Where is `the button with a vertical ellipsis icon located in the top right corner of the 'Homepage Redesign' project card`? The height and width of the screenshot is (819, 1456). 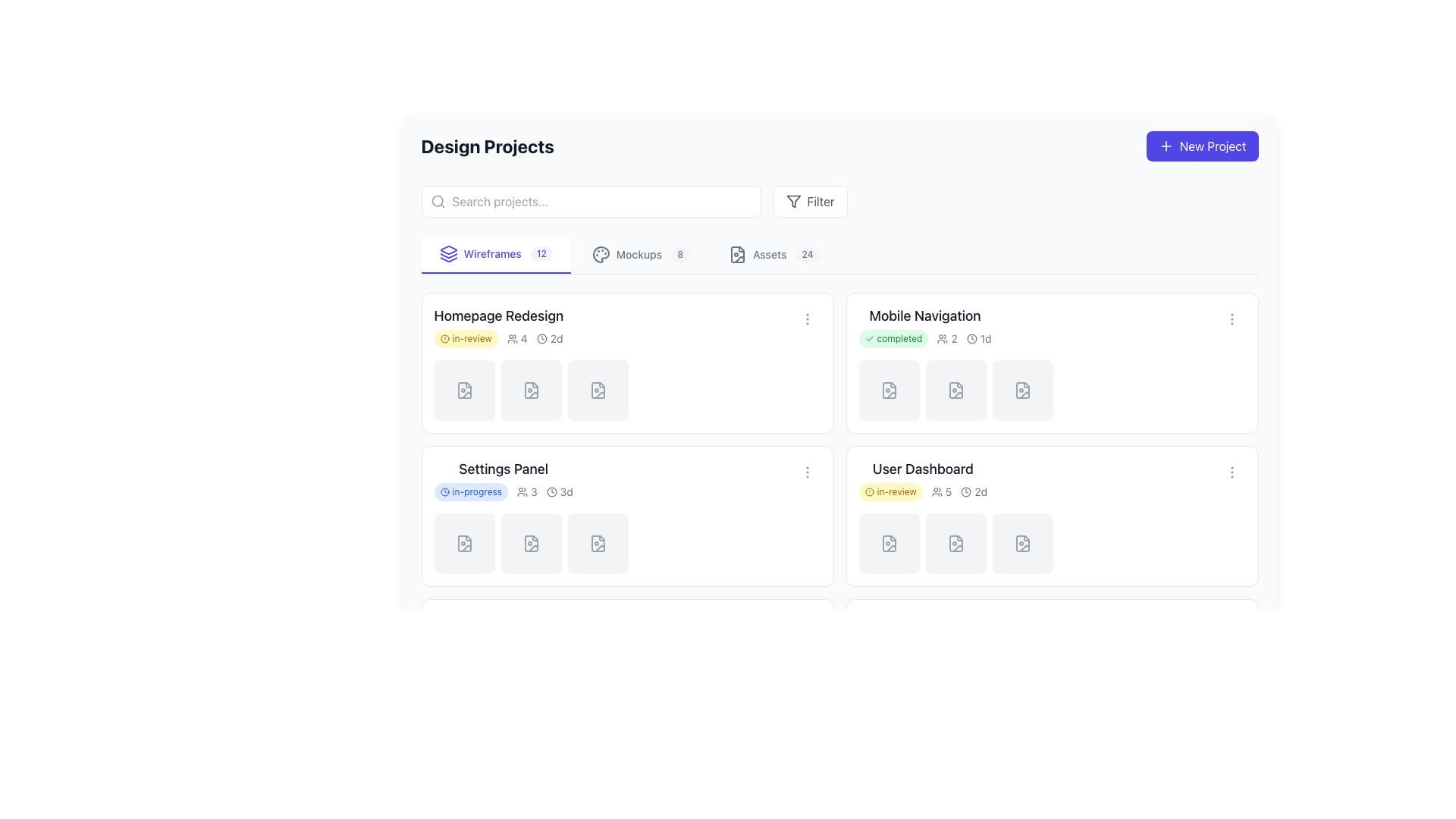 the button with a vertical ellipsis icon located in the top right corner of the 'Homepage Redesign' project card is located at coordinates (806, 318).